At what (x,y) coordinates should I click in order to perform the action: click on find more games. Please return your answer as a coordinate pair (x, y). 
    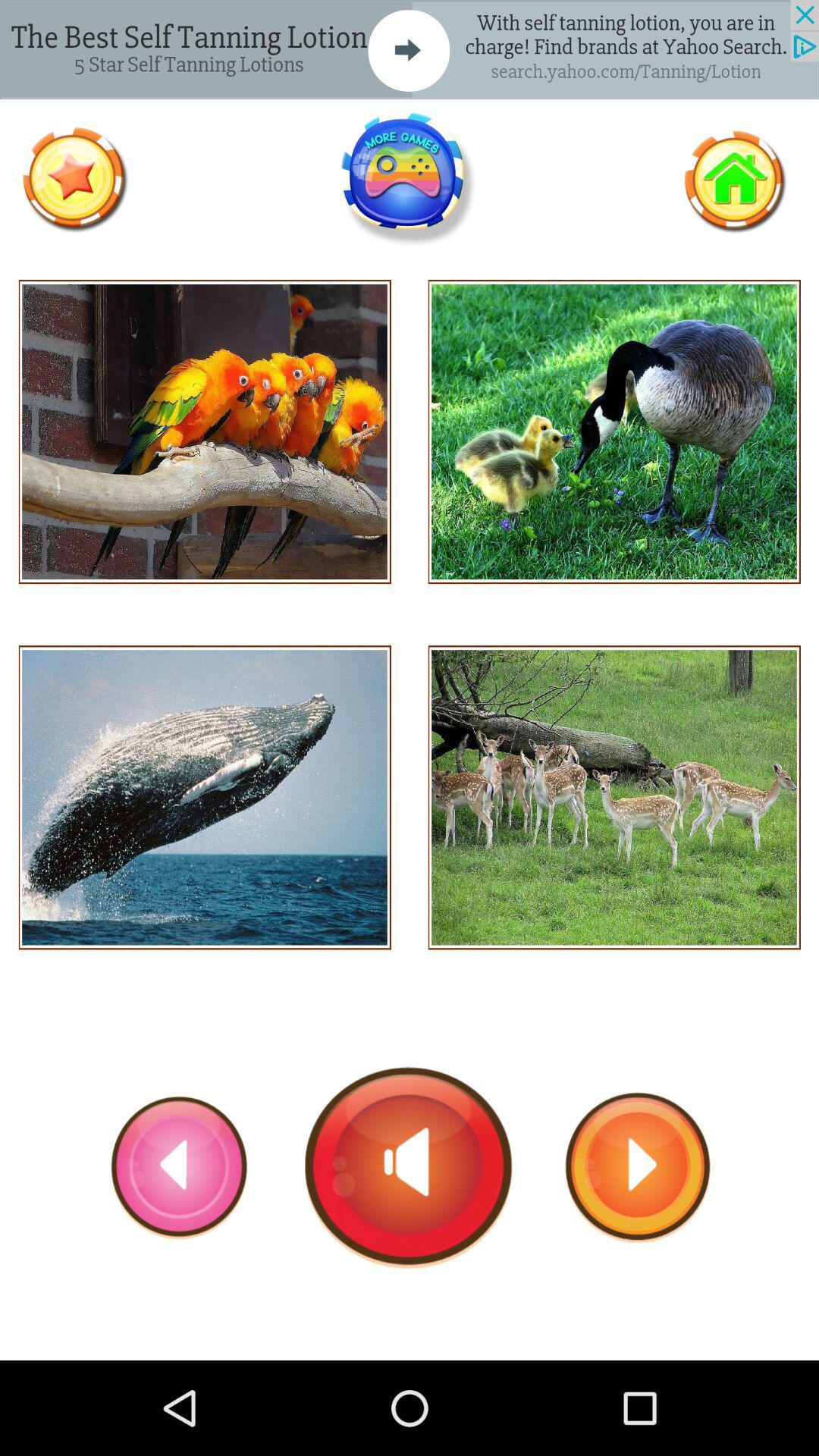
    Looking at the image, I should click on (408, 179).